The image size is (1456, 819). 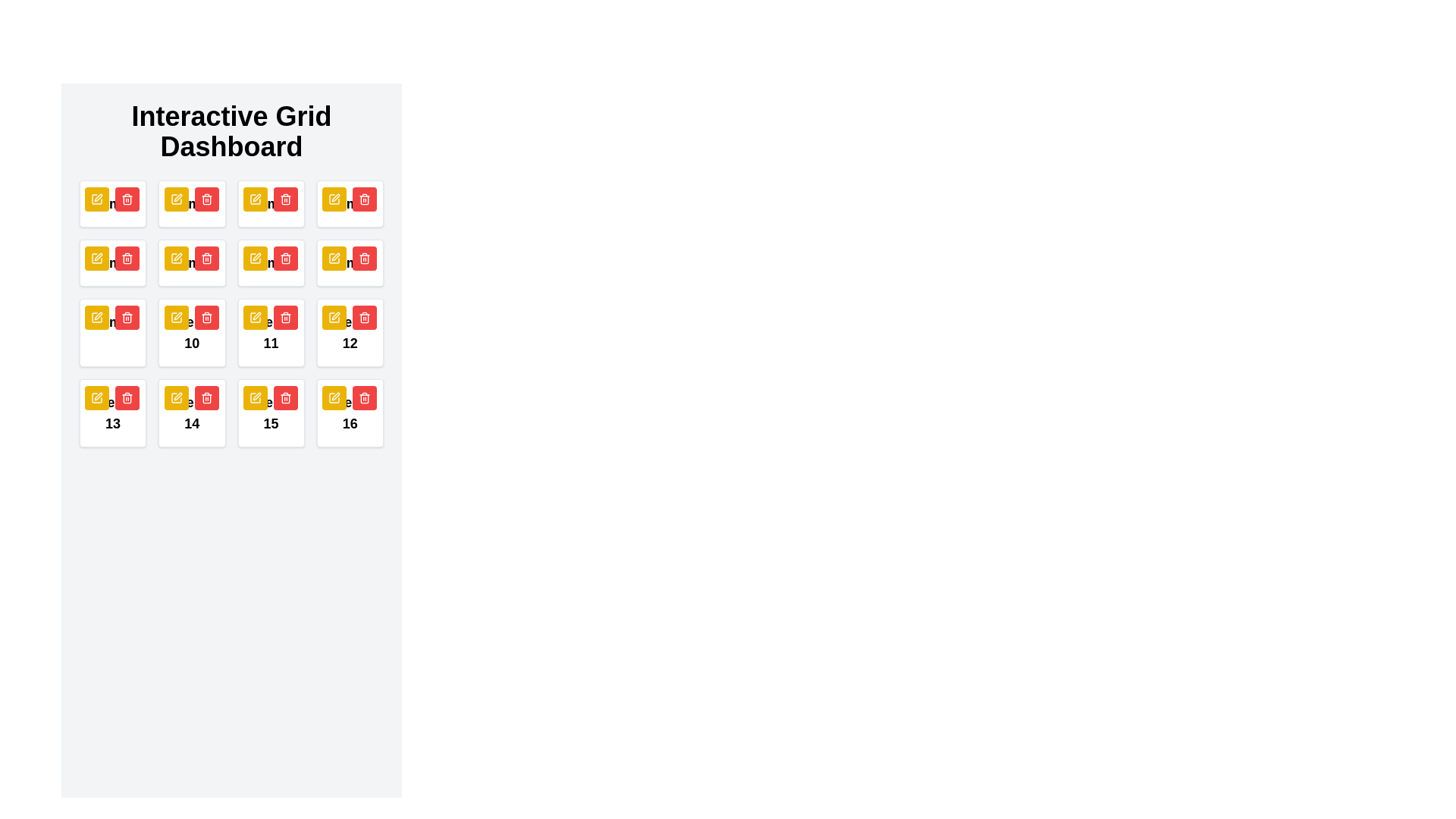 What do you see at coordinates (334, 197) in the screenshot?
I see `the edit icon located in the top-right region of the grid layout, specifically above the delete button on the right side of the product card` at bounding box center [334, 197].